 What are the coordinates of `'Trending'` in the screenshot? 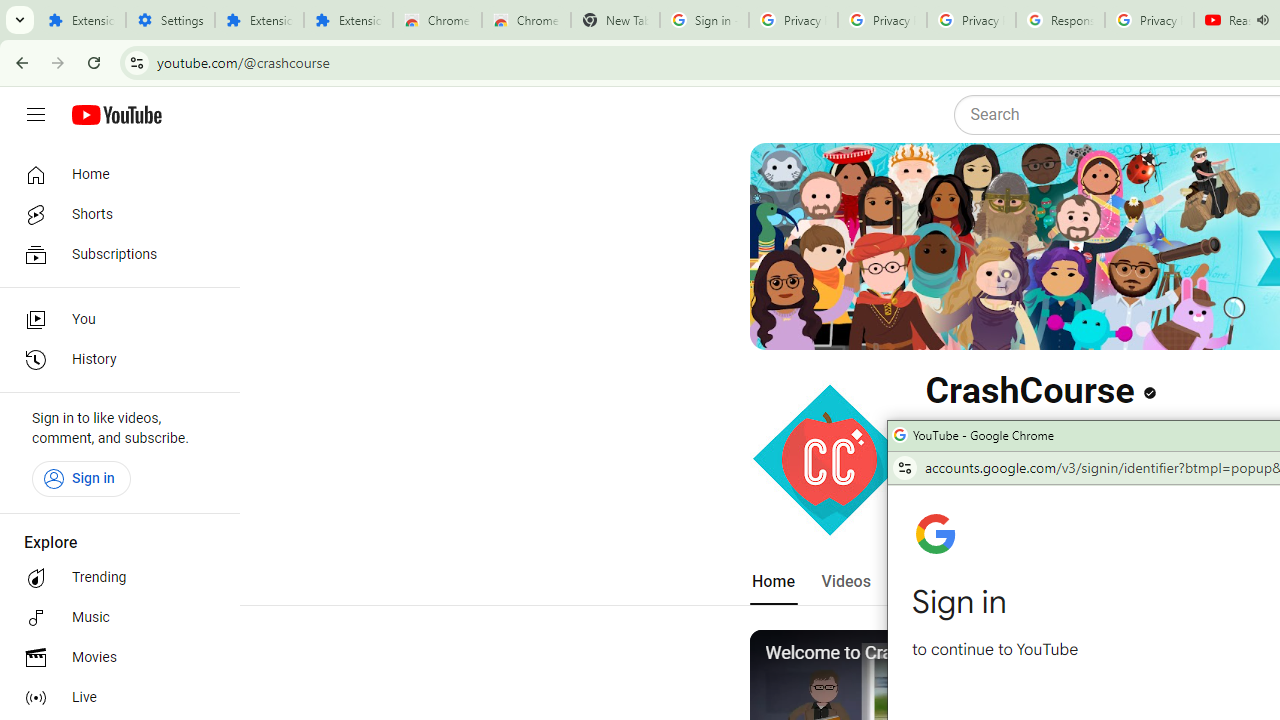 It's located at (112, 578).